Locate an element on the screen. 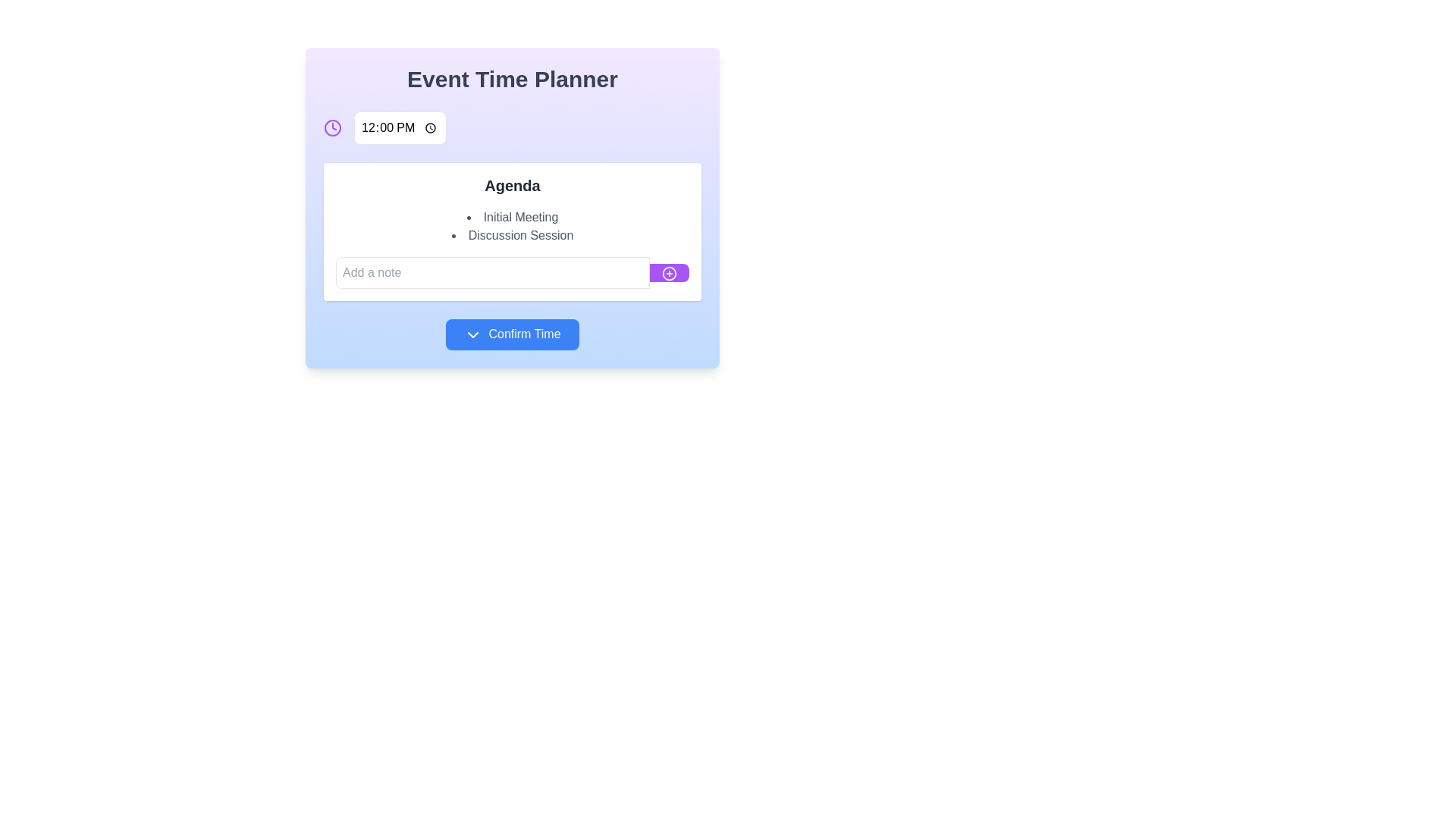 The image size is (1456, 819). the clock icon located in the top-left corner of the 'Event Time Planner' interface, which is directly to the left of the time input field ('12:00 PM') is located at coordinates (331, 127).